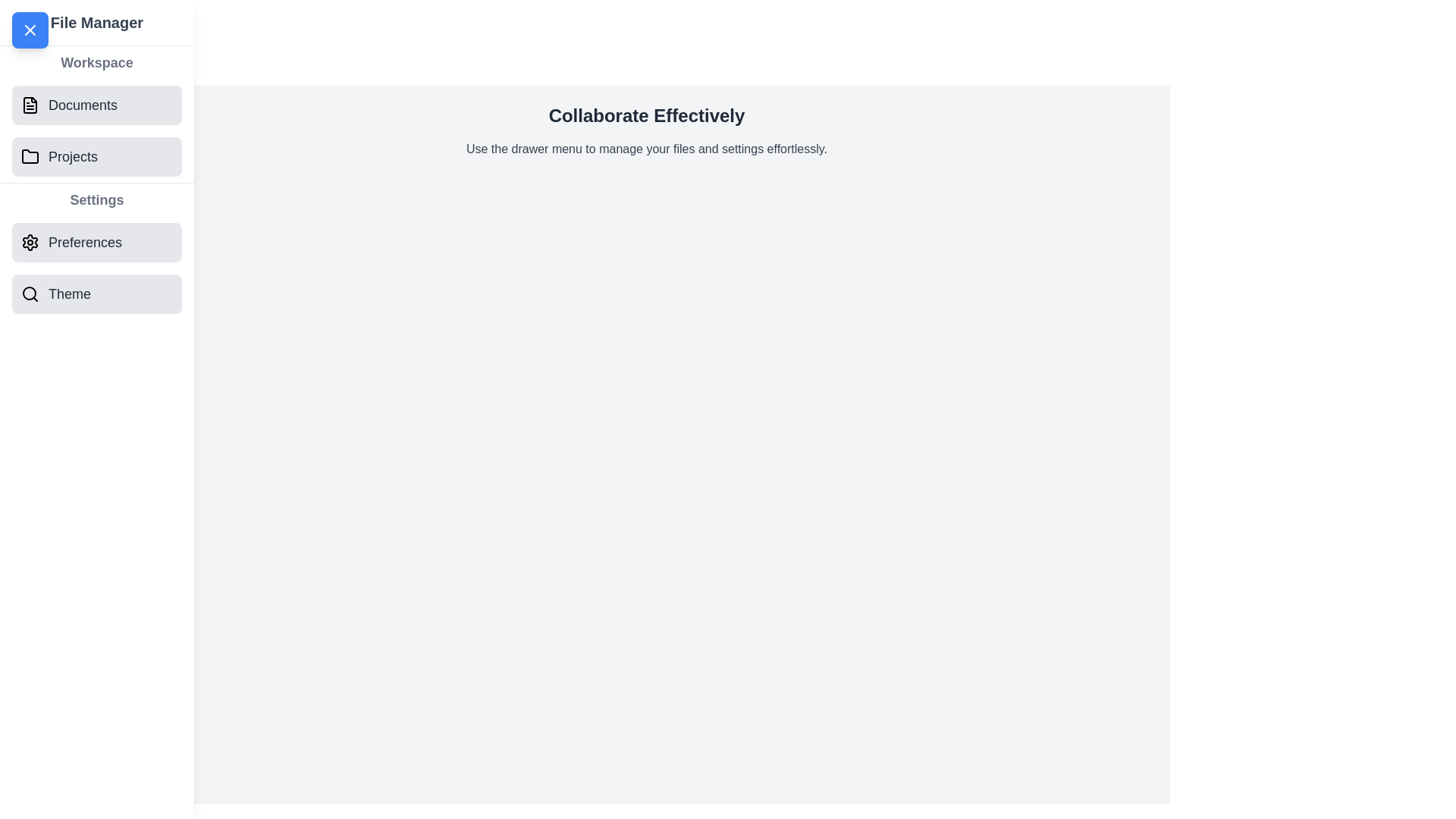 This screenshot has width=1456, height=819. What do you see at coordinates (96, 294) in the screenshot?
I see `the section Theme from the drawer menu` at bounding box center [96, 294].